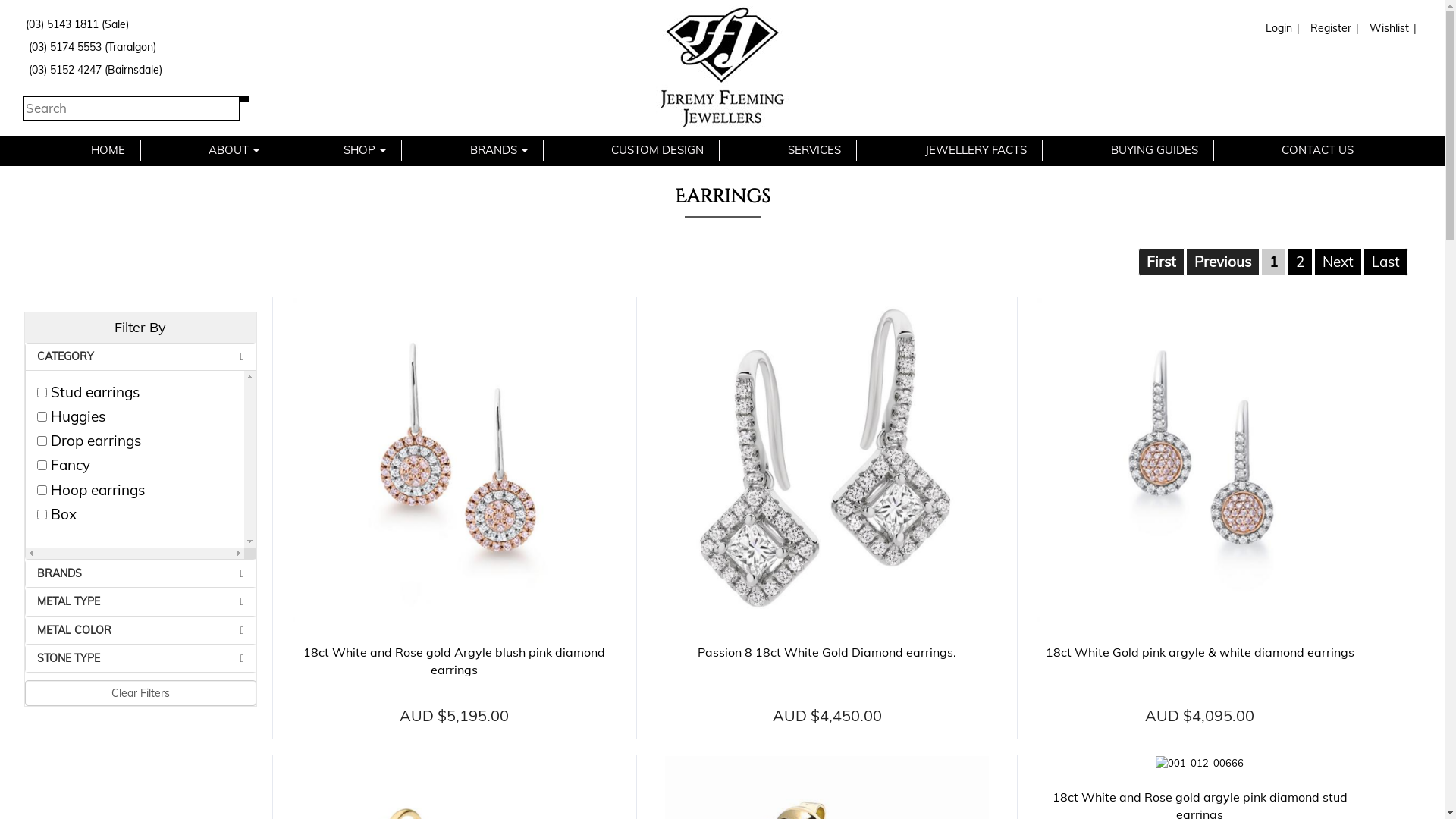 The width and height of the screenshot is (1456, 819). Describe the element at coordinates (1276, 28) in the screenshot. I see `'Login'` at that location.